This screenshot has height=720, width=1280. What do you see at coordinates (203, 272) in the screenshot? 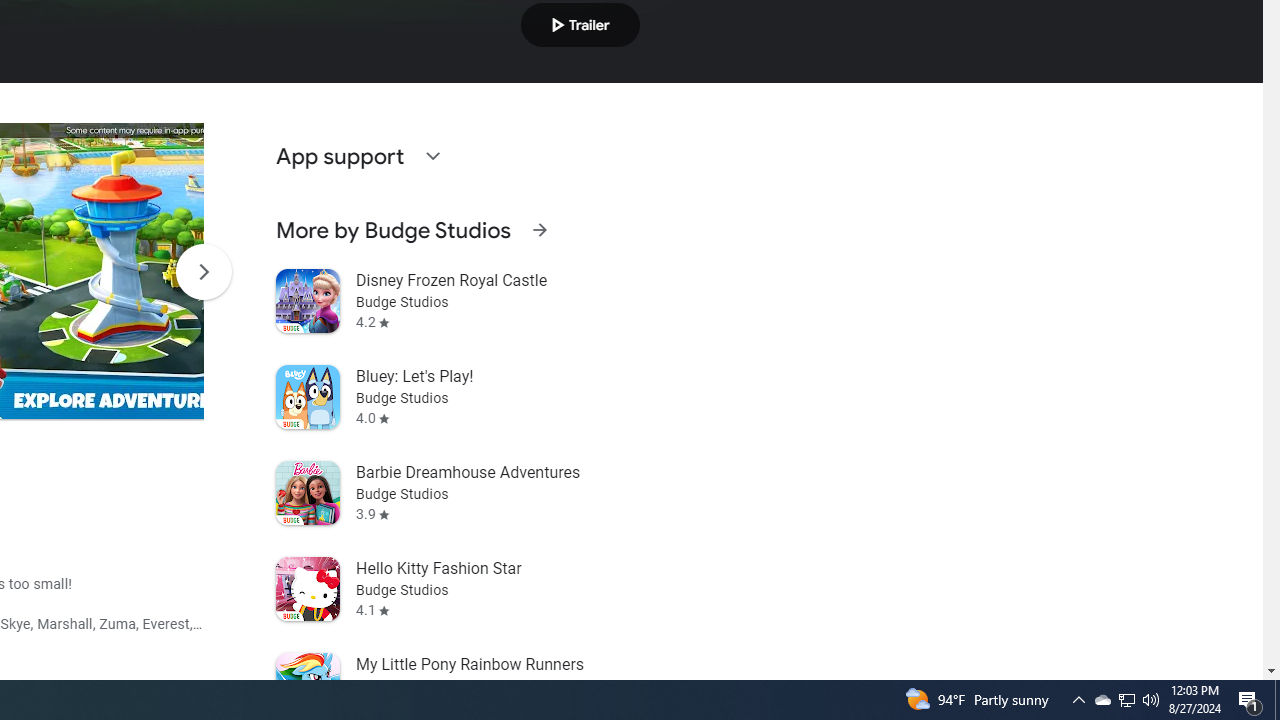
I see `'Scroll Next'` at bounding box center [203, 272].